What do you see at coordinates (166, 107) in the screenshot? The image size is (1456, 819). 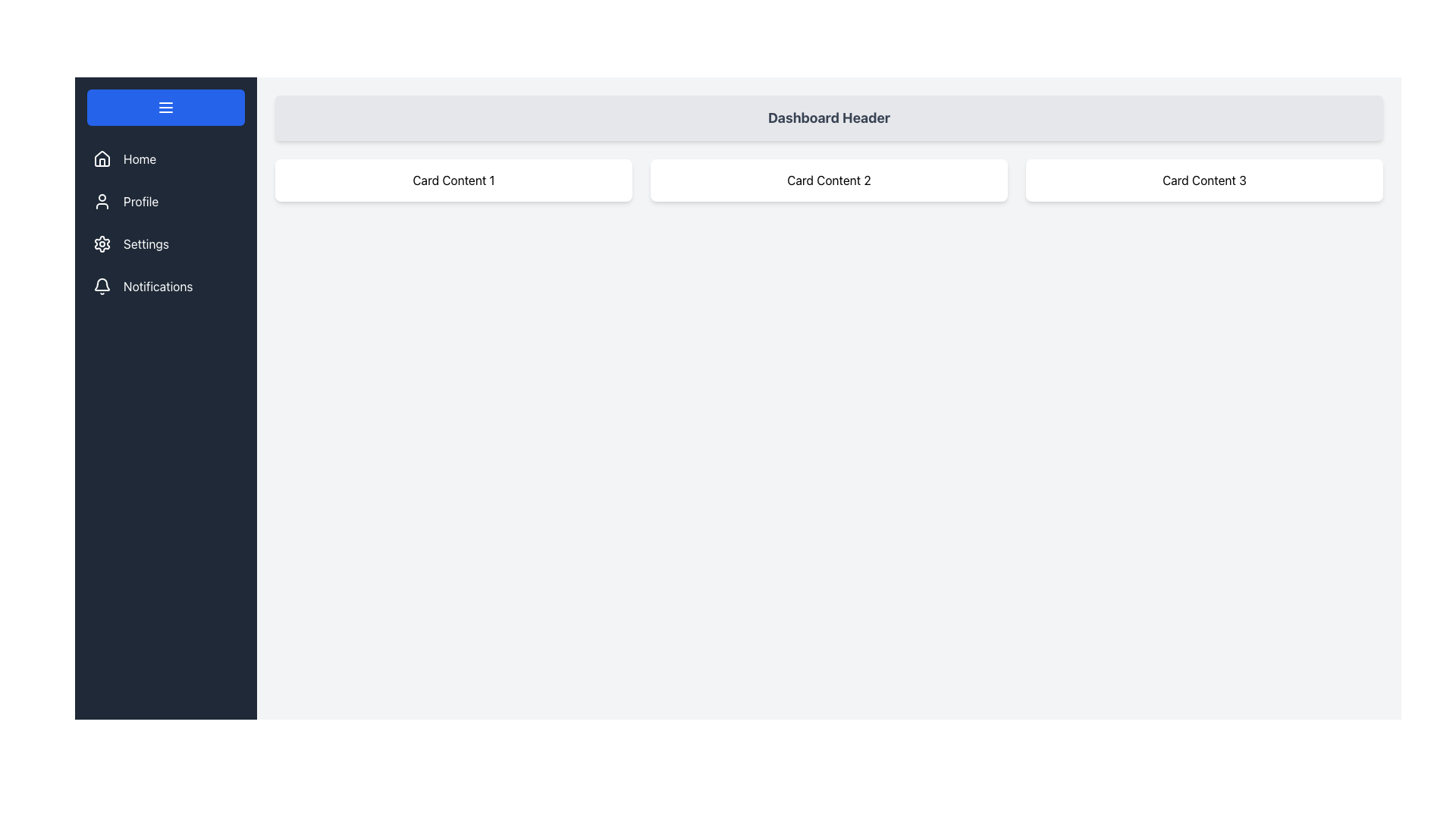 I see `the icon located at the topmost button of the sidebar with a blue background for additional visual feedback` at bounding box center [166, 107].